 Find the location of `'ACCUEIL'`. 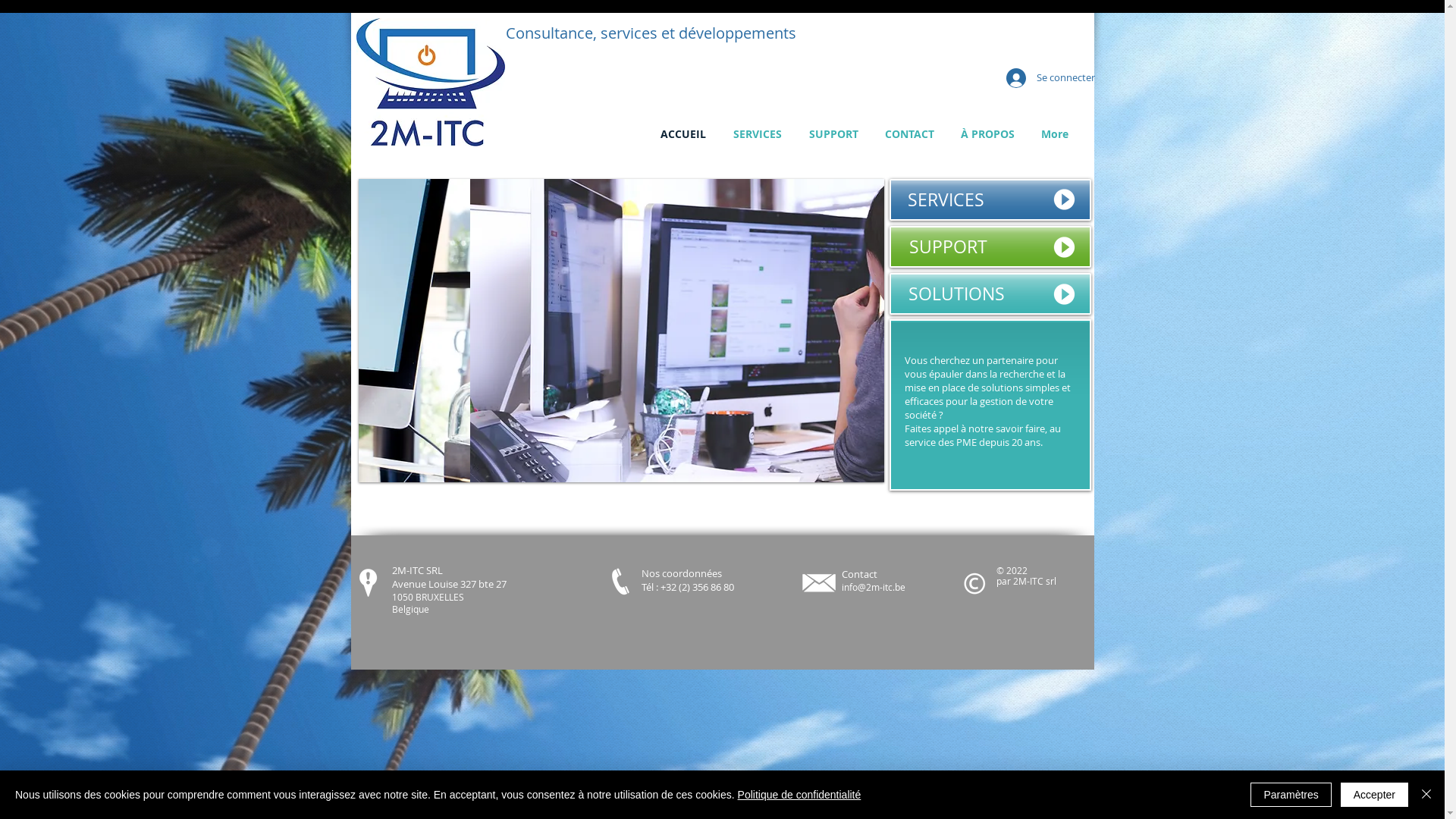

'ACCUEIL' is located at coordinates (682, 133).